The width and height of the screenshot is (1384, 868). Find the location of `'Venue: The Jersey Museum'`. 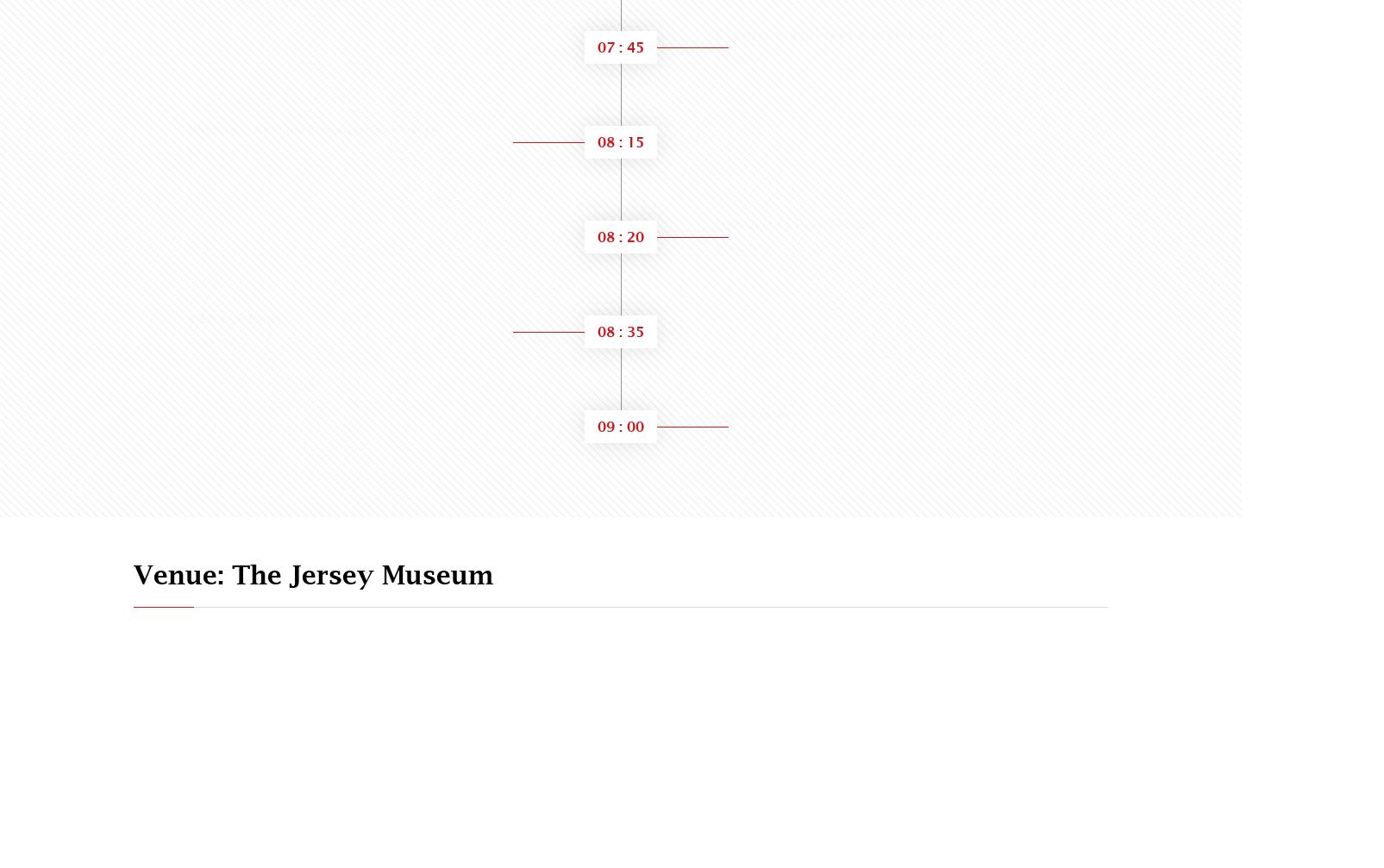

'Venue: The Jersey Museum' is located at coordinates (134, 573).